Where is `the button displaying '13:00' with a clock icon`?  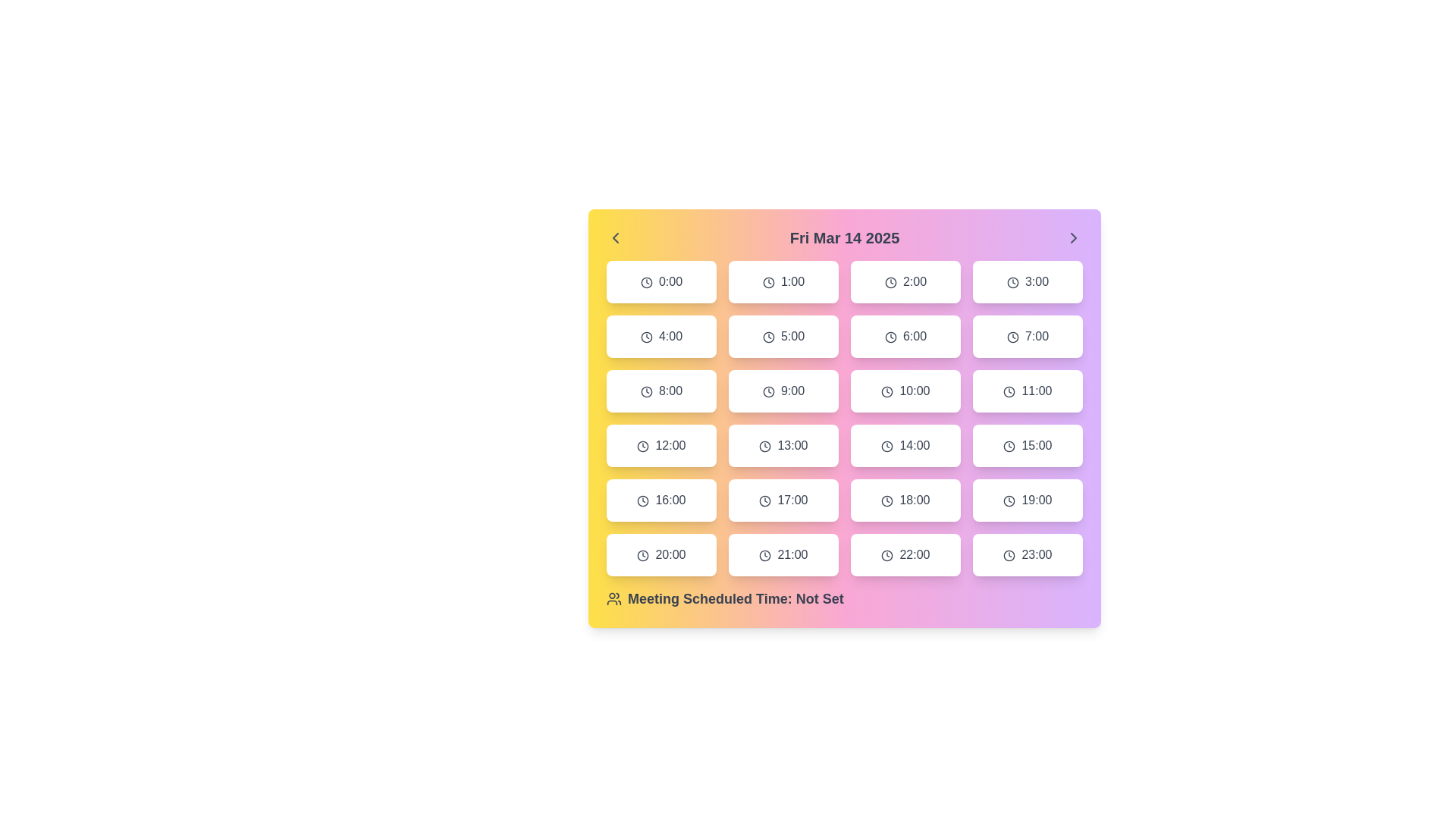
the button displaying '13:00' with a clock icon is located at coordinates (783, 444).